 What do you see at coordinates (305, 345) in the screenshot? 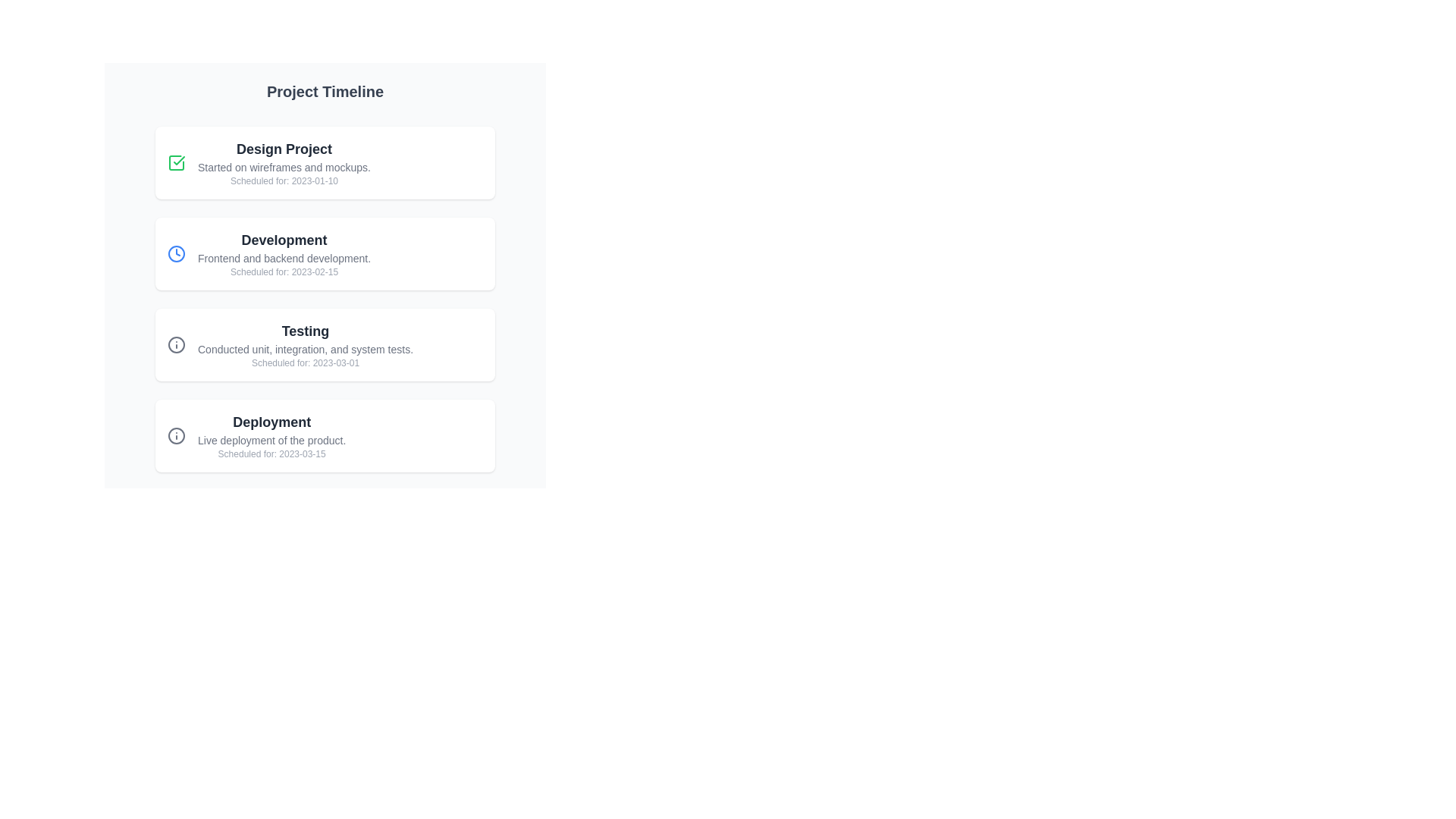
I see `information displayed in the Text block that describes the 'Testing' phase in the project timeline, which is the third item in a vertical list between 'Development' and 'Deployment'` at bounding box center [305, 345].